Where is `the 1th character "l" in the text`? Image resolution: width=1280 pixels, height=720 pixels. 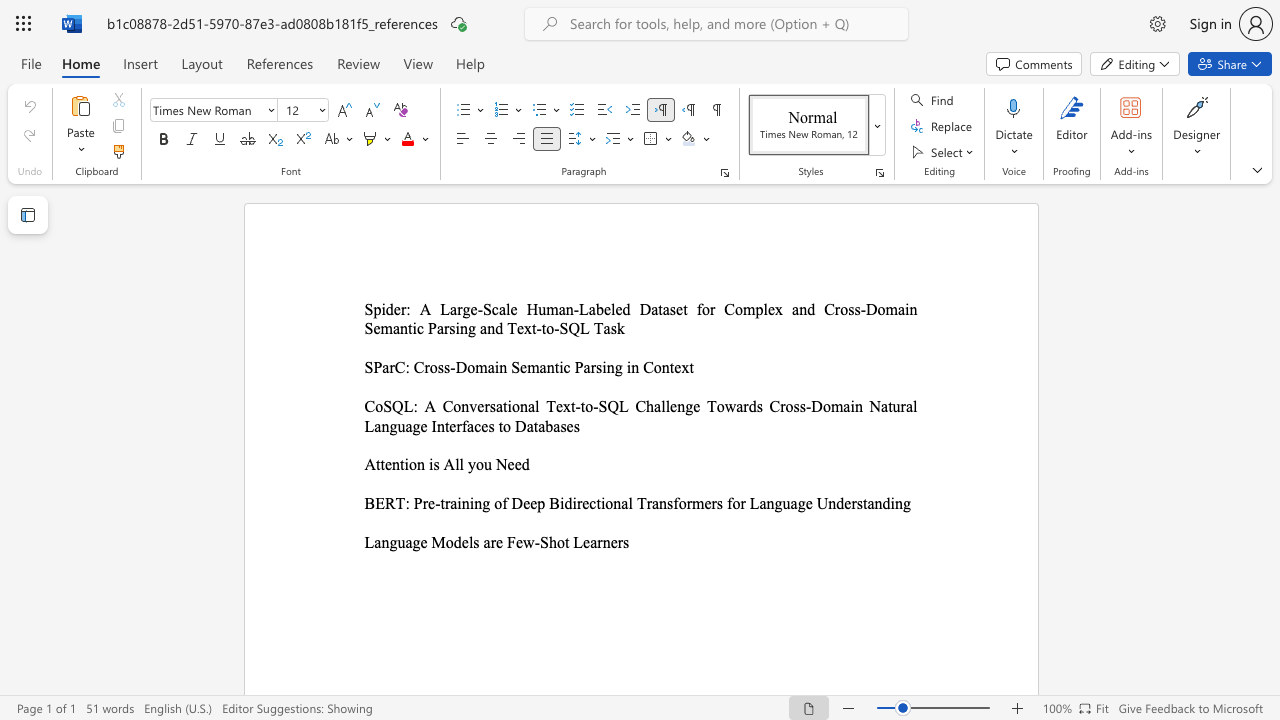
the 1th character "l" in the text is located at coordinates (537, 405).